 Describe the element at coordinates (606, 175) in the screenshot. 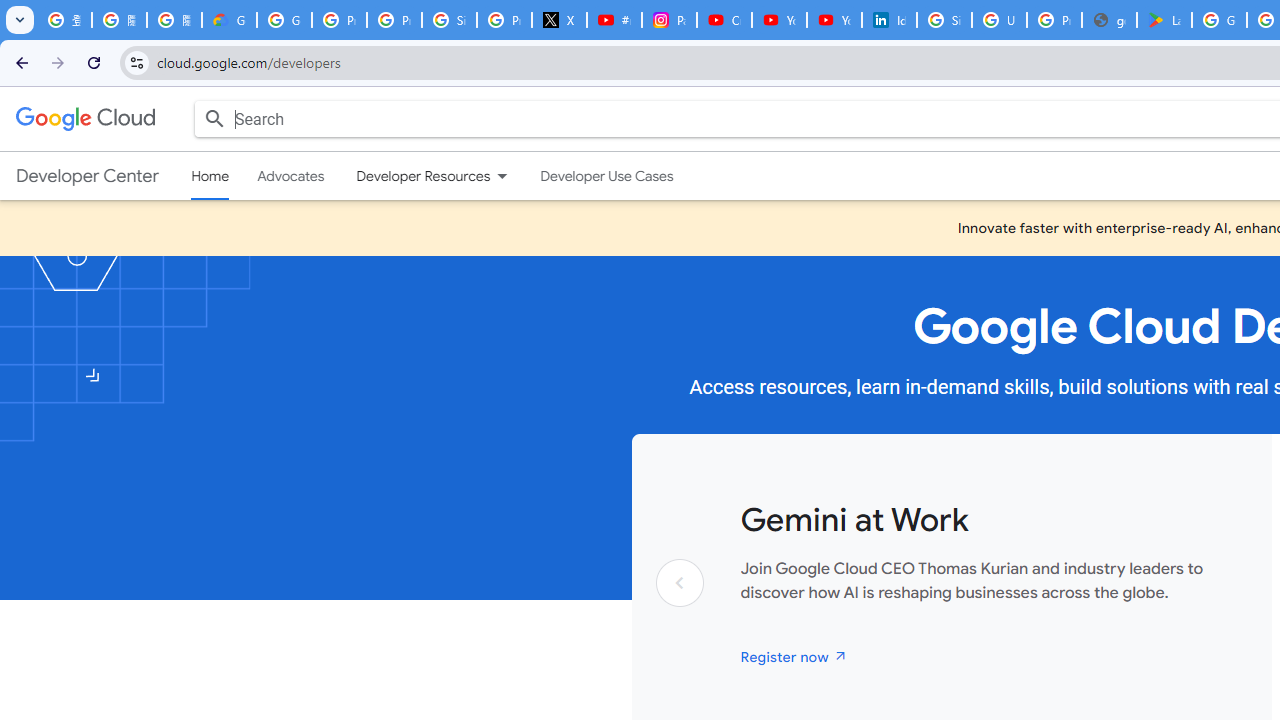

I see `'Developer Use Cases'` at that location.